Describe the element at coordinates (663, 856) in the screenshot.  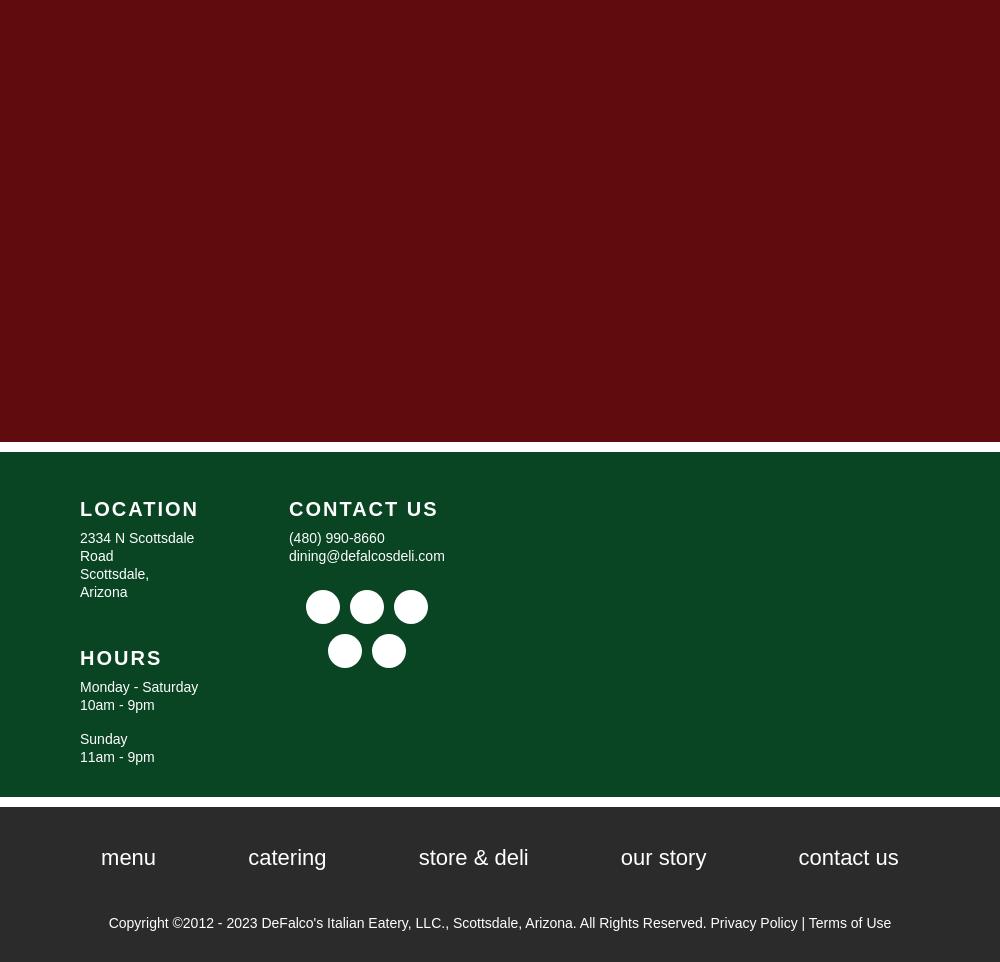
I see `'Our Story'` at that location.